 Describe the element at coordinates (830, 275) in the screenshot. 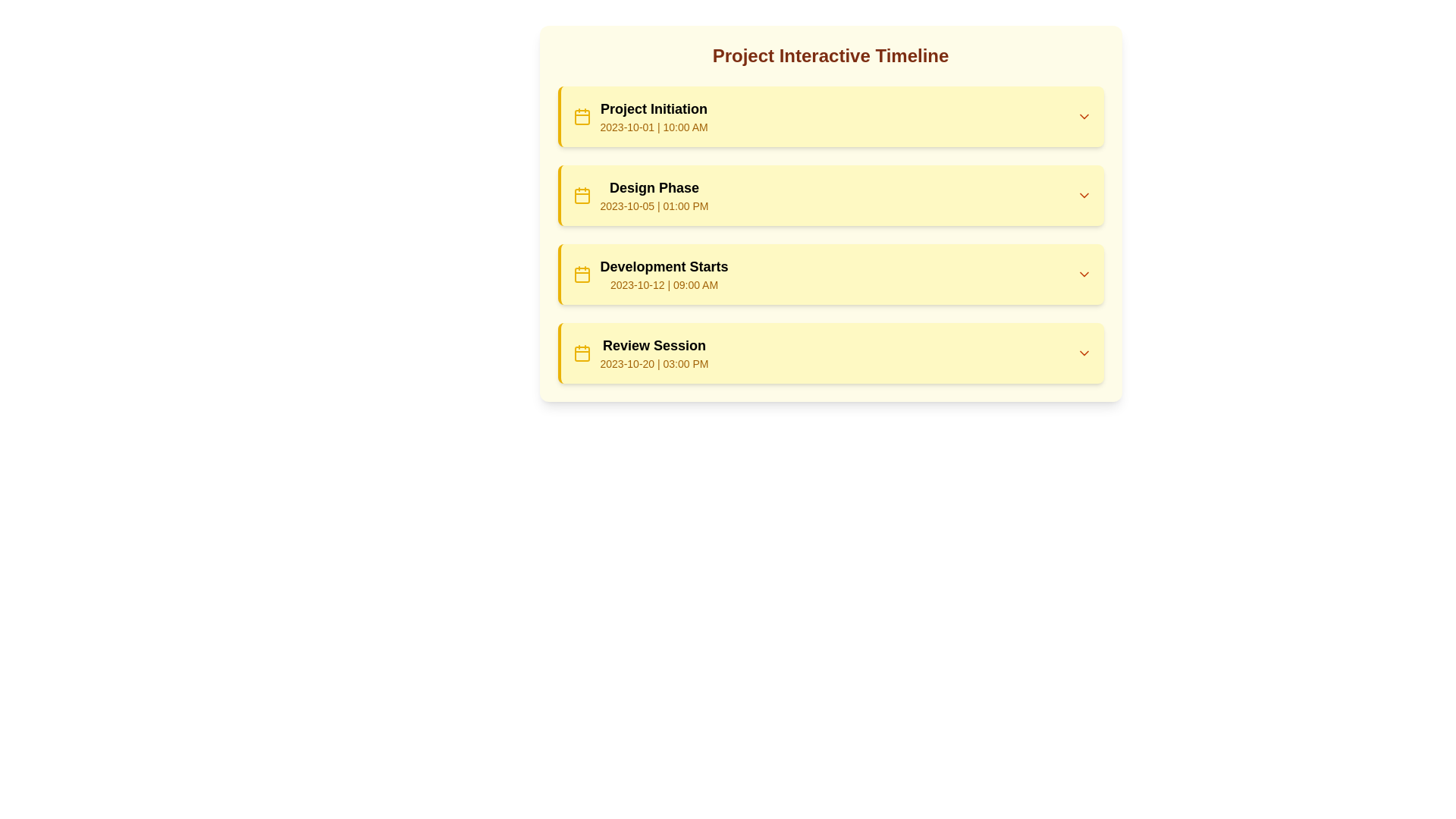

I see `keyboard navigation` at that location.